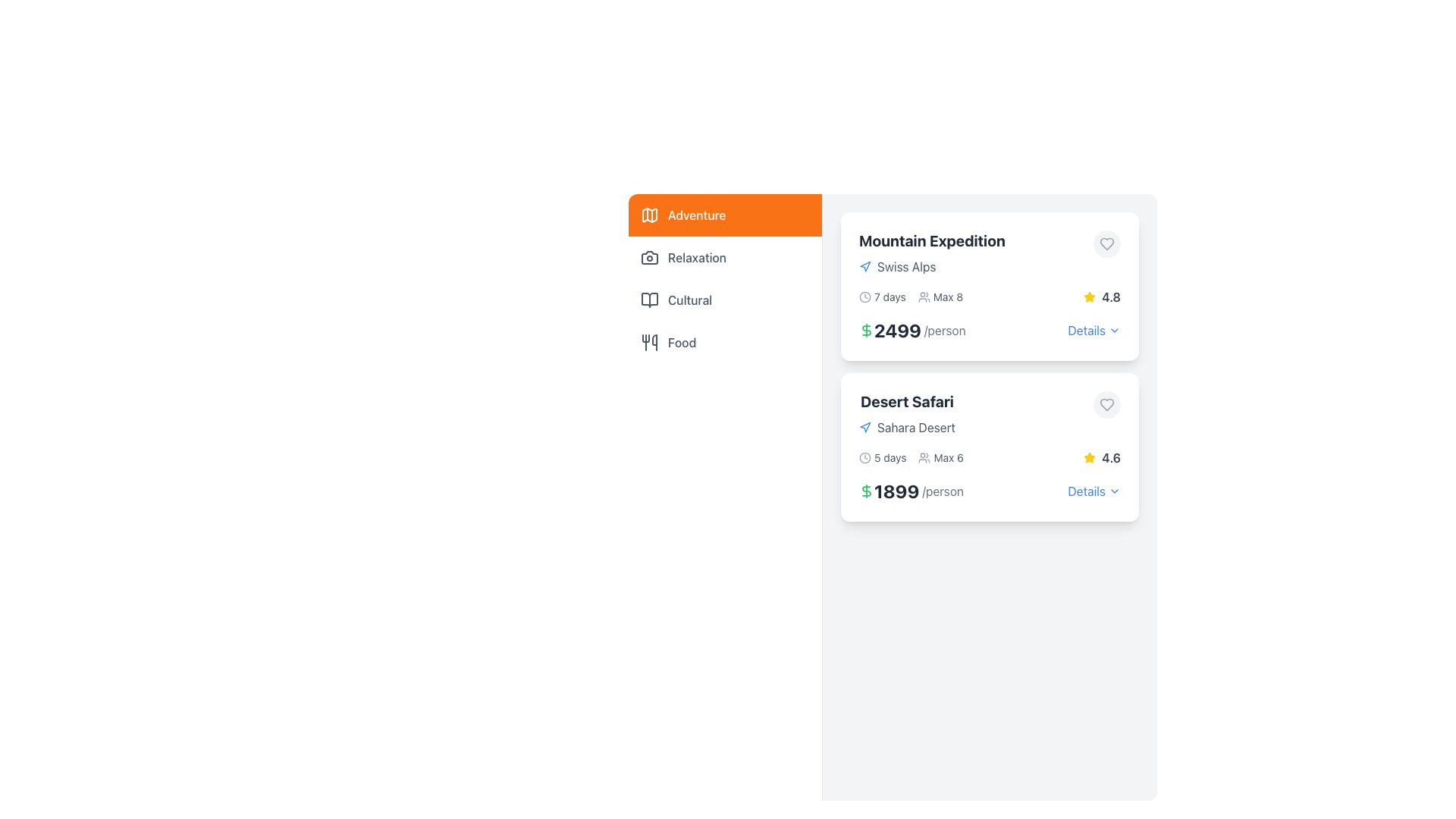 The image size is (1456, 819). What do you see at coordinates (724, 215) in the screenshot?
I see `the Interactive tab in the sidebar navigation menu` at bounding box center [724, 215].